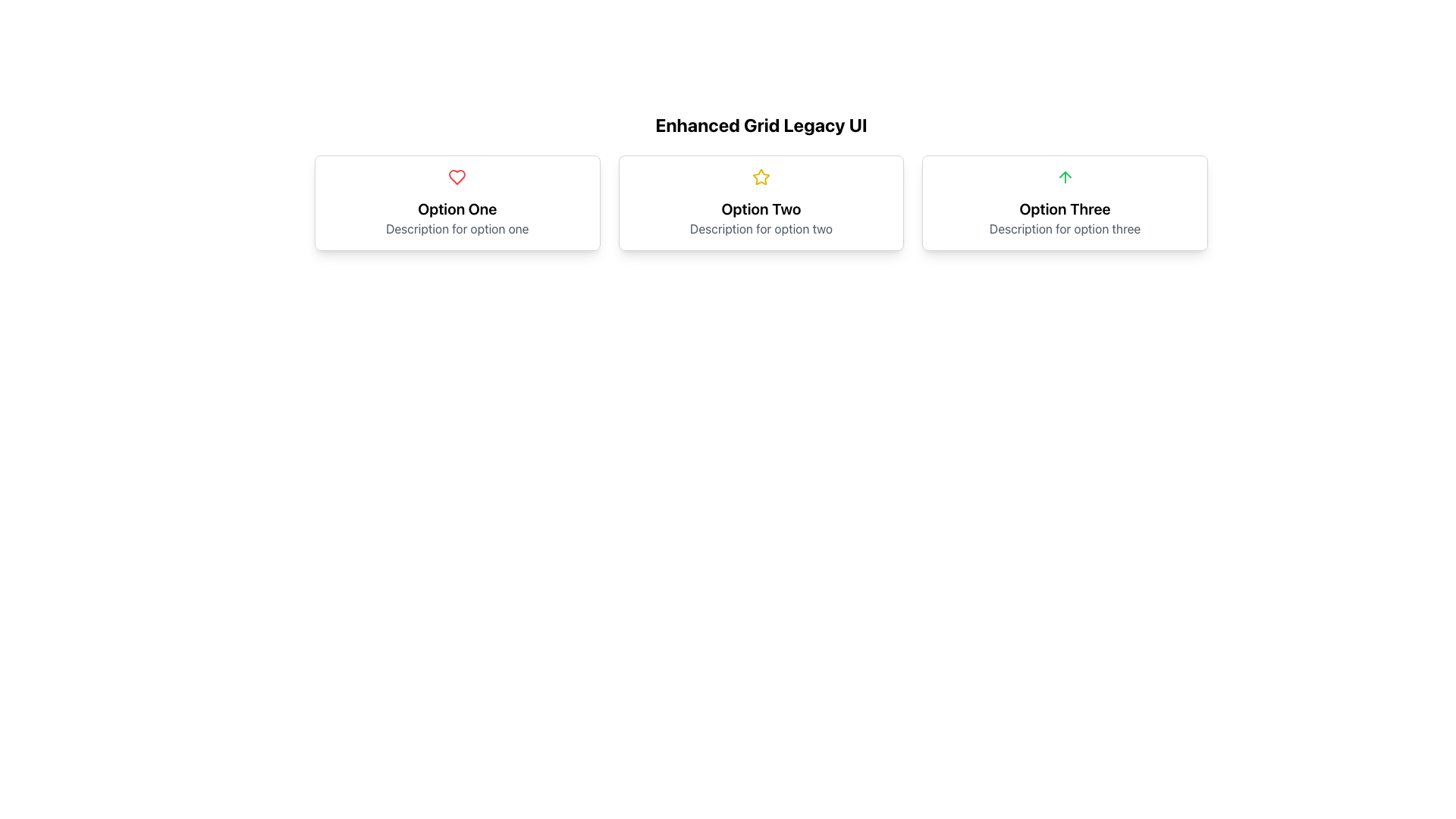 The image size is (1456, 819). What do you see at coordinates (761, 209) in the screenshot?
I see `the 'Option Two' text label, which serves as a title within the UI and is positioned below a star icon and above a smaller description text` at bounding box center [761, 209].